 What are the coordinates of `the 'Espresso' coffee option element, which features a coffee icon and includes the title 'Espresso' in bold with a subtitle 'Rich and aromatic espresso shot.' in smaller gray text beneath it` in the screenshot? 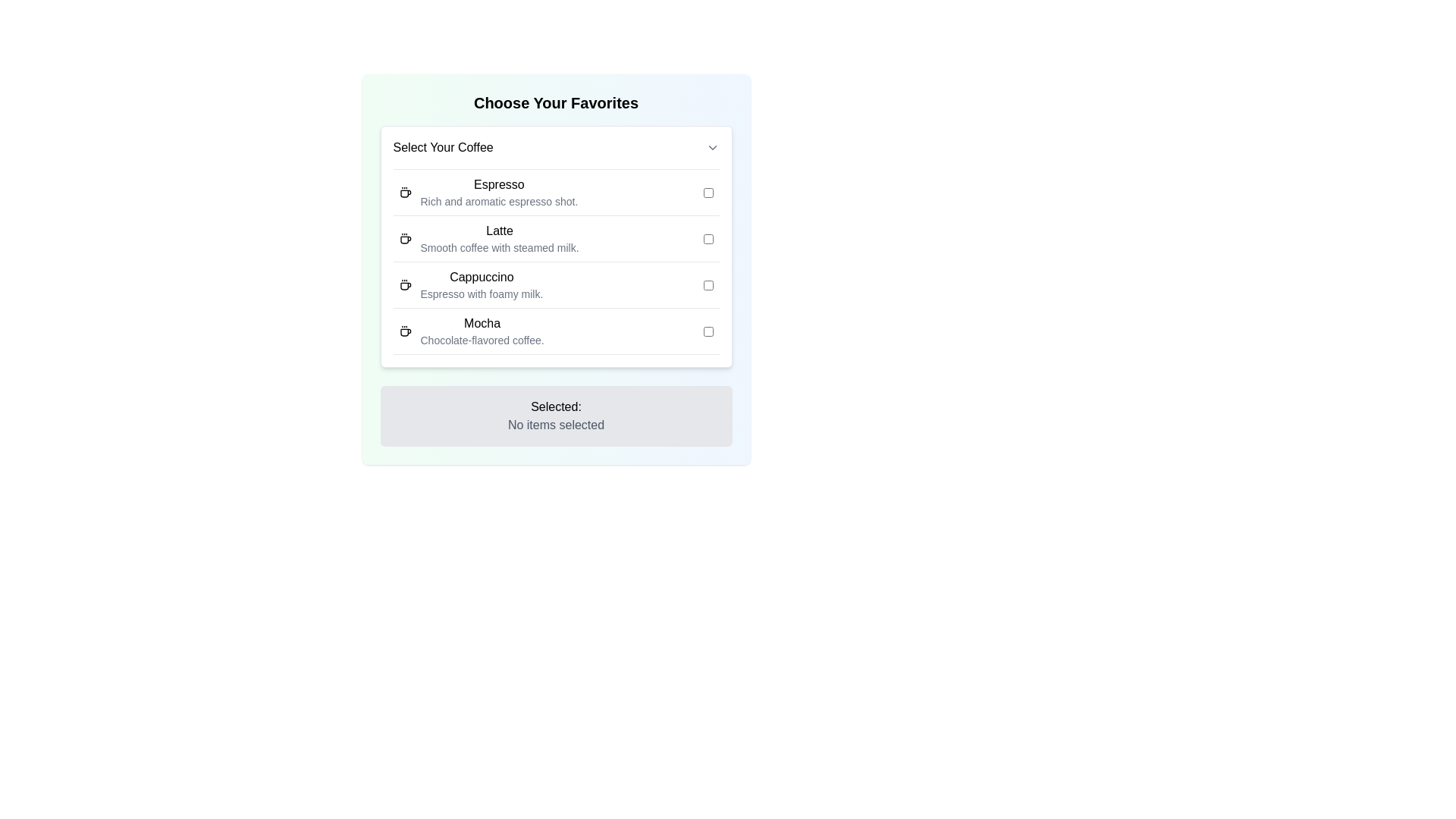 It's located at (488, 192).